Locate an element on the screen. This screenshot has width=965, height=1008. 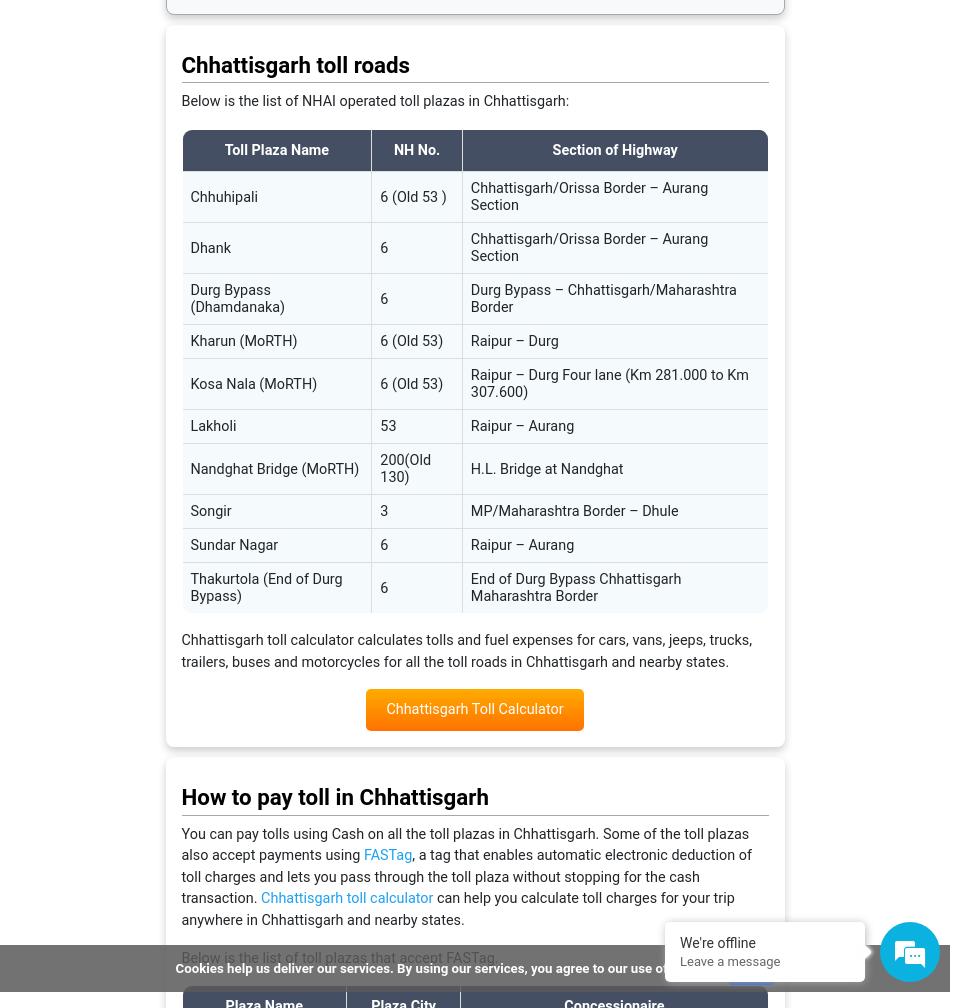
'Chhattisgarh toll calculator calculates tolls and fuel expenses for cars, vans, jeeps, trucks, trailers, buses and motorcycles for all the toll roads in Chhattisgarh and nearby states.' is located at coordinates (465, 650).